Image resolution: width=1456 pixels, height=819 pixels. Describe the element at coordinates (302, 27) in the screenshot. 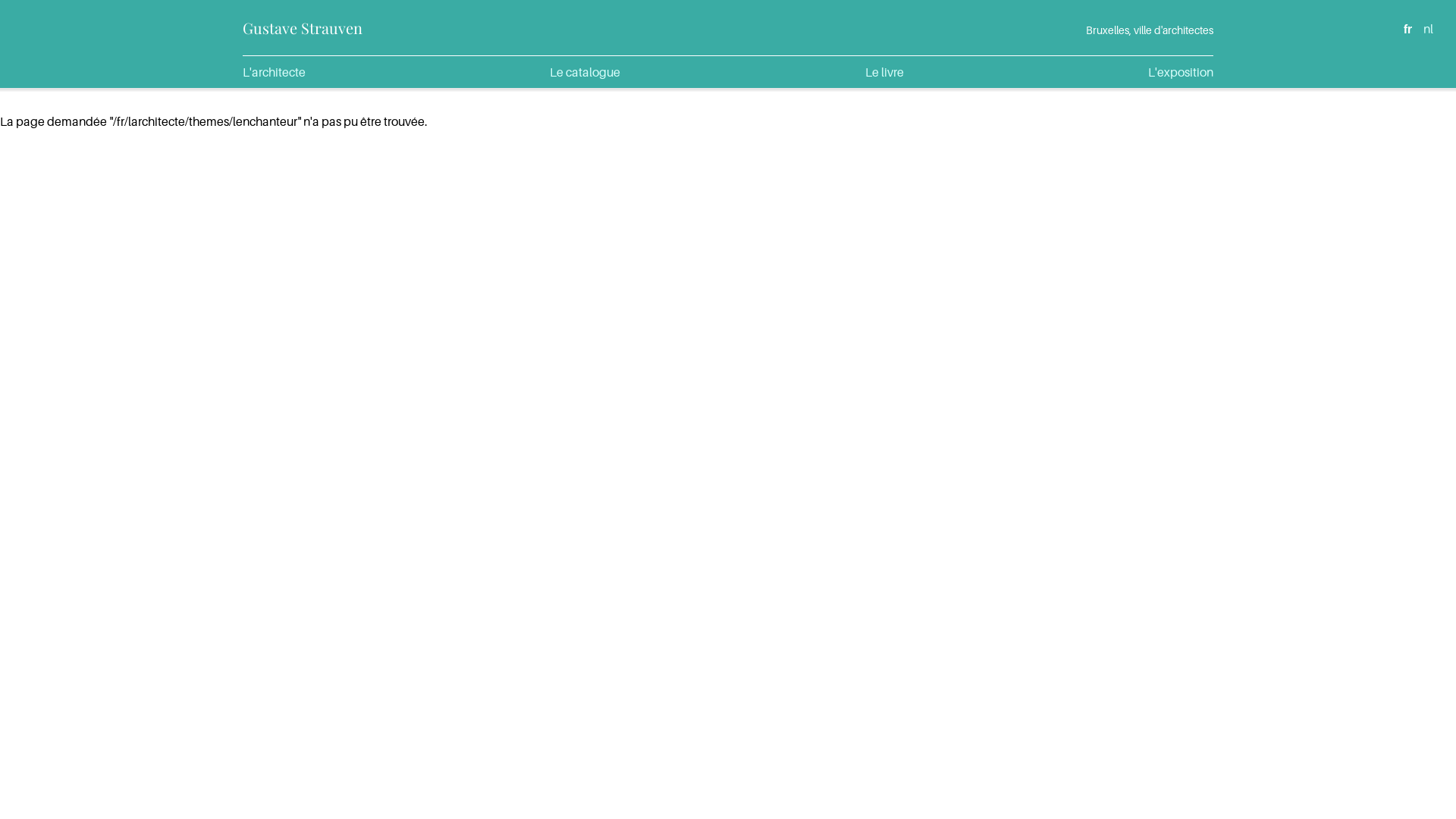

I see `'Gustave Strauven'` at that location.